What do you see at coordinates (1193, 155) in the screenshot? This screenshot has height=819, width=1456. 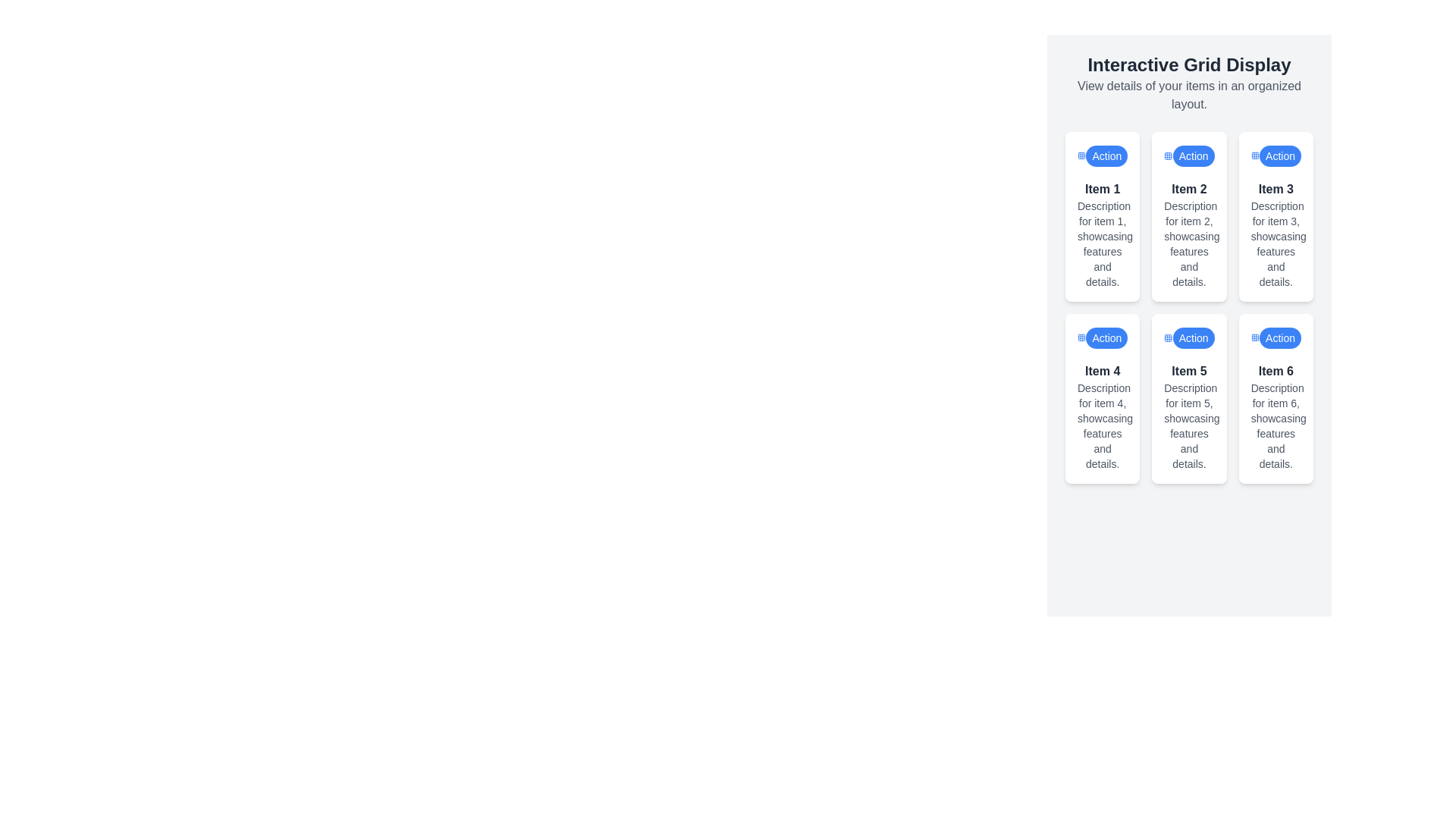 I see `the second button` at bounding box center [1193, 155].